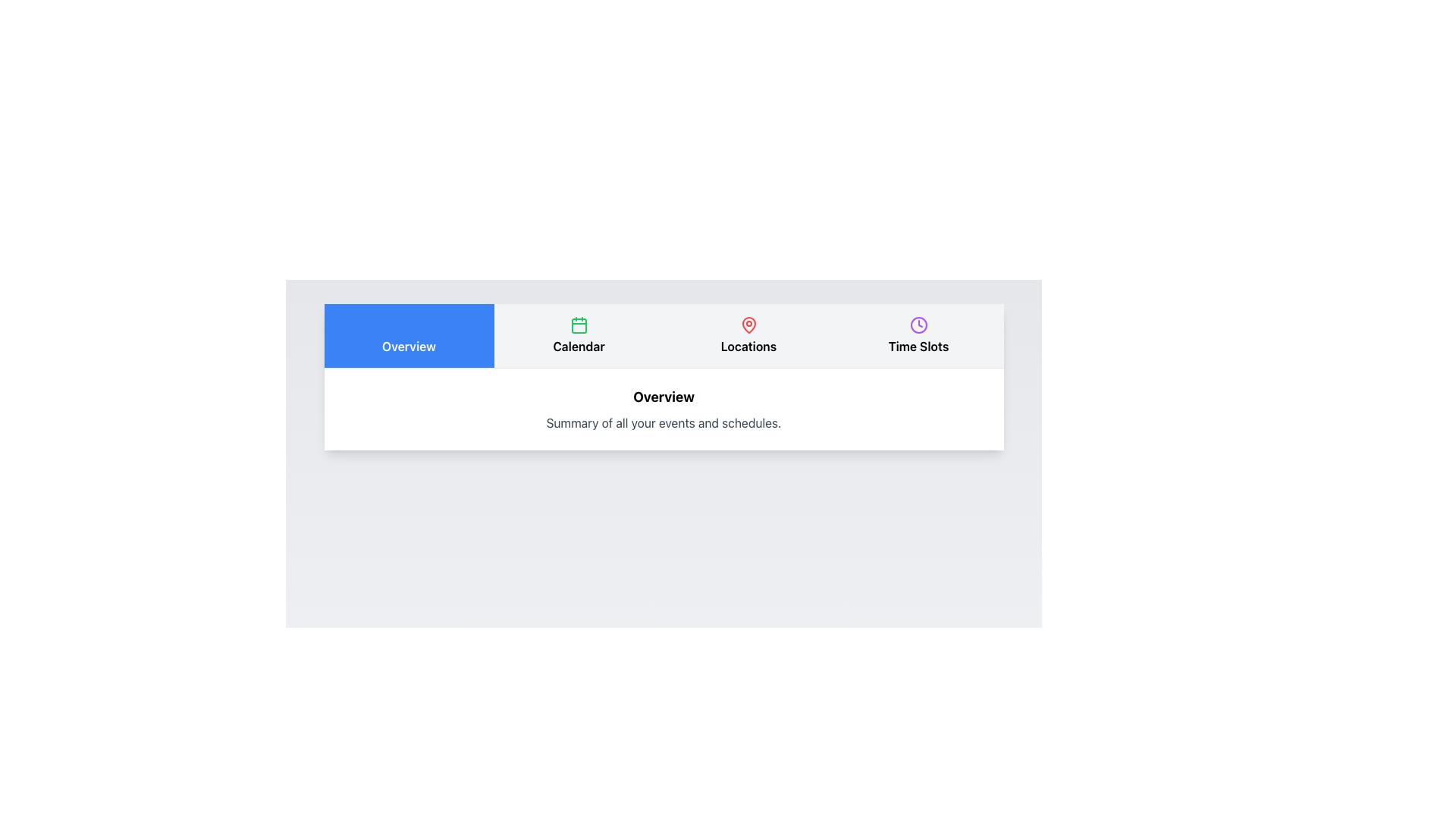  Describe the element at coordinates (748, 324) in the screenshot. I see `the location indicator icon located on the navigation bar, which is the third item from the left, between the calendar icon and the clock icon` at that location.